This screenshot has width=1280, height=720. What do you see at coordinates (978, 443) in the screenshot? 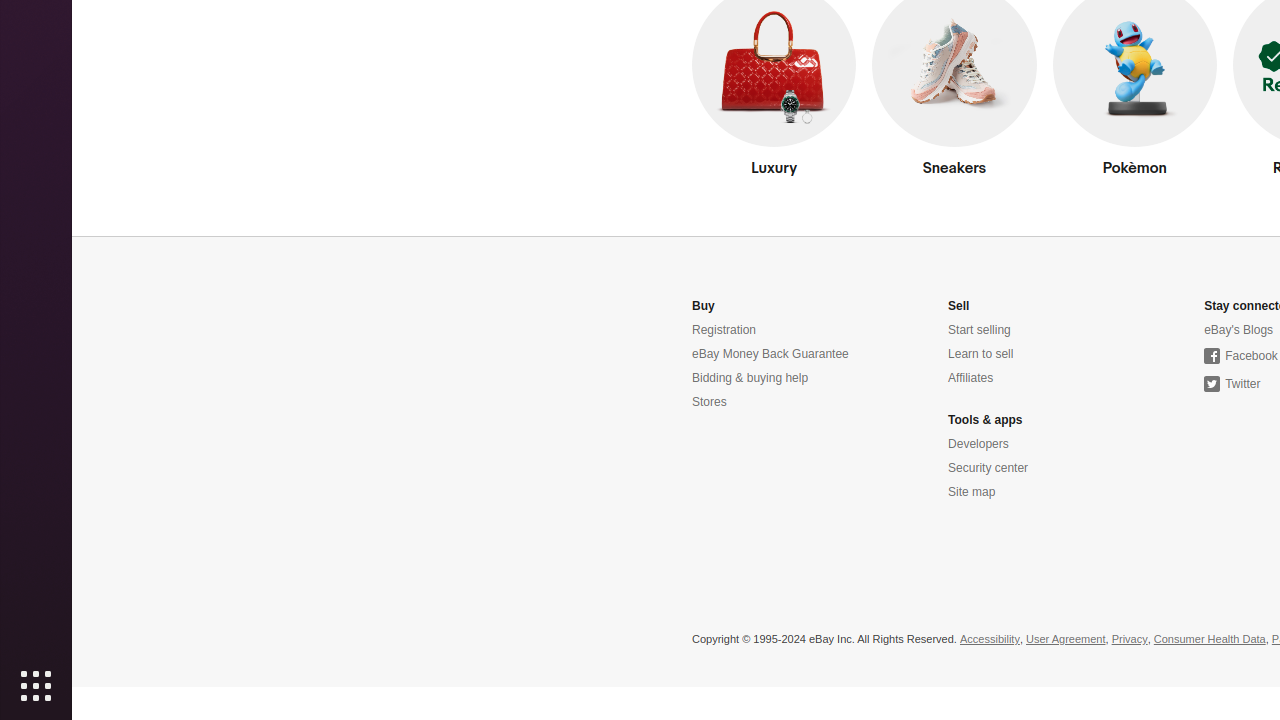
I see `'Developers'` at bounding box center [978, 443].